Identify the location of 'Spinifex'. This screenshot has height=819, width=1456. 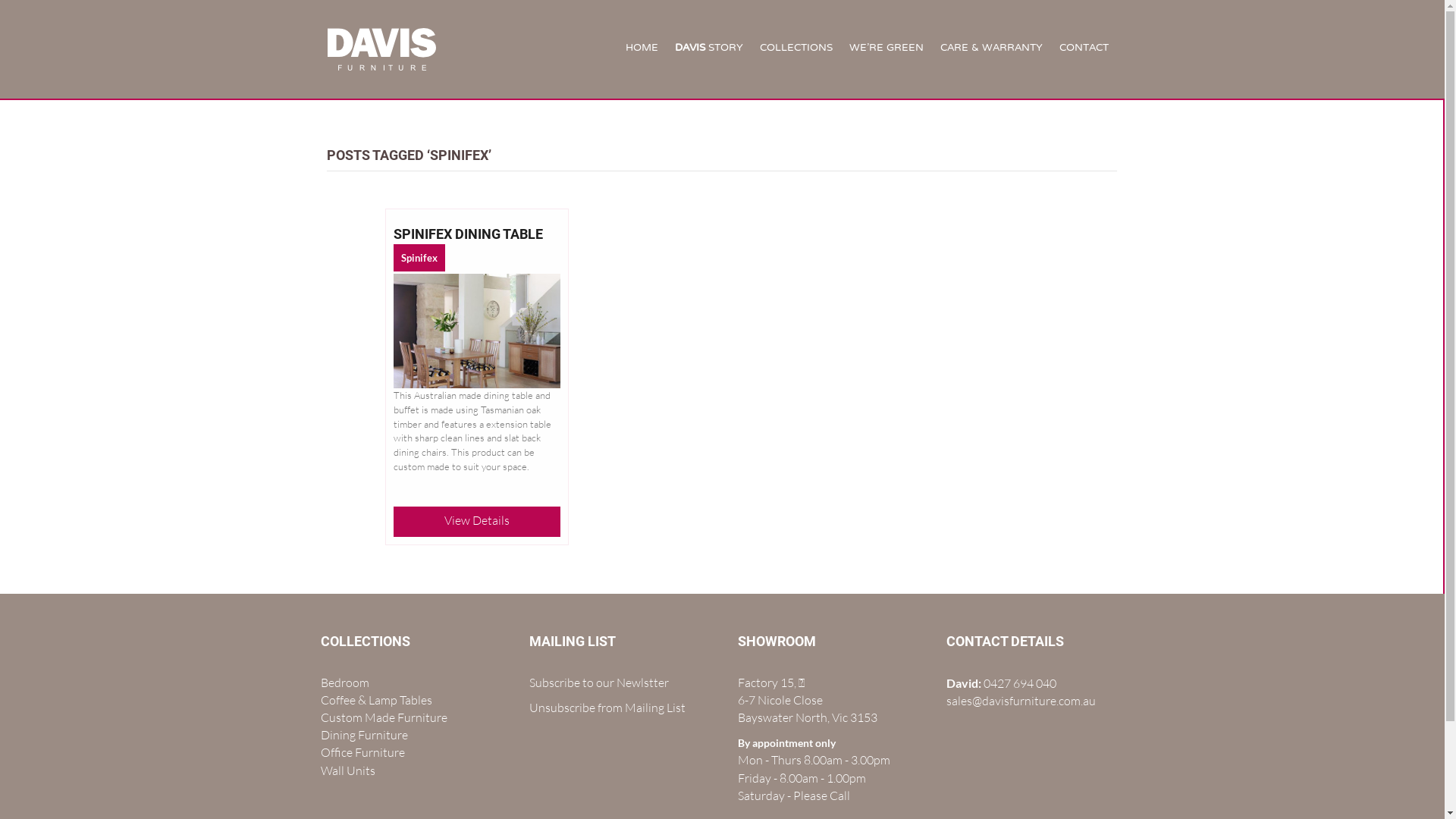
(419, 256).